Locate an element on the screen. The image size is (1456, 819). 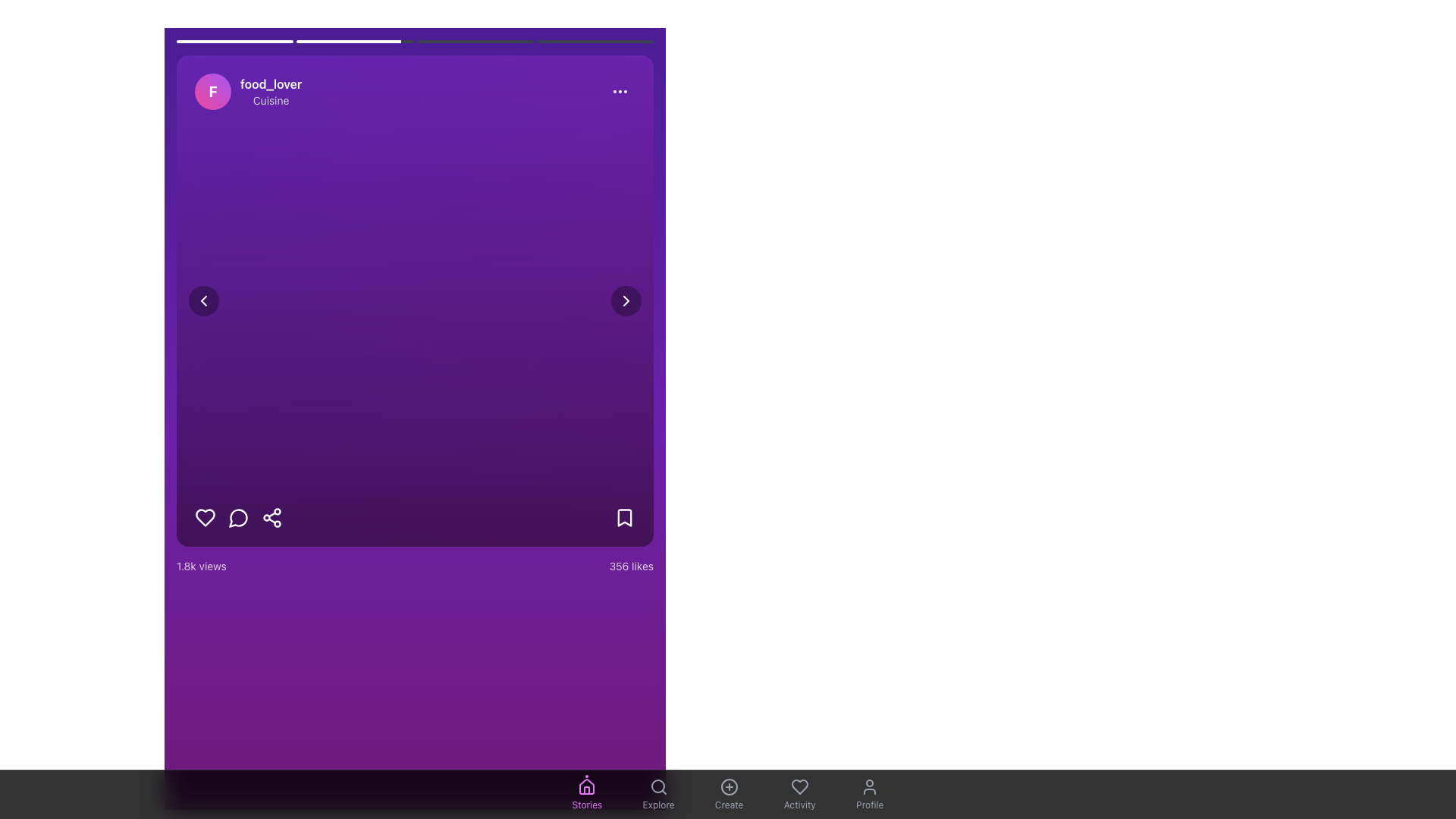
the stylized heart icon located in the lower-left corner of the card-like section of the interface is located at coordinates (799, 786).